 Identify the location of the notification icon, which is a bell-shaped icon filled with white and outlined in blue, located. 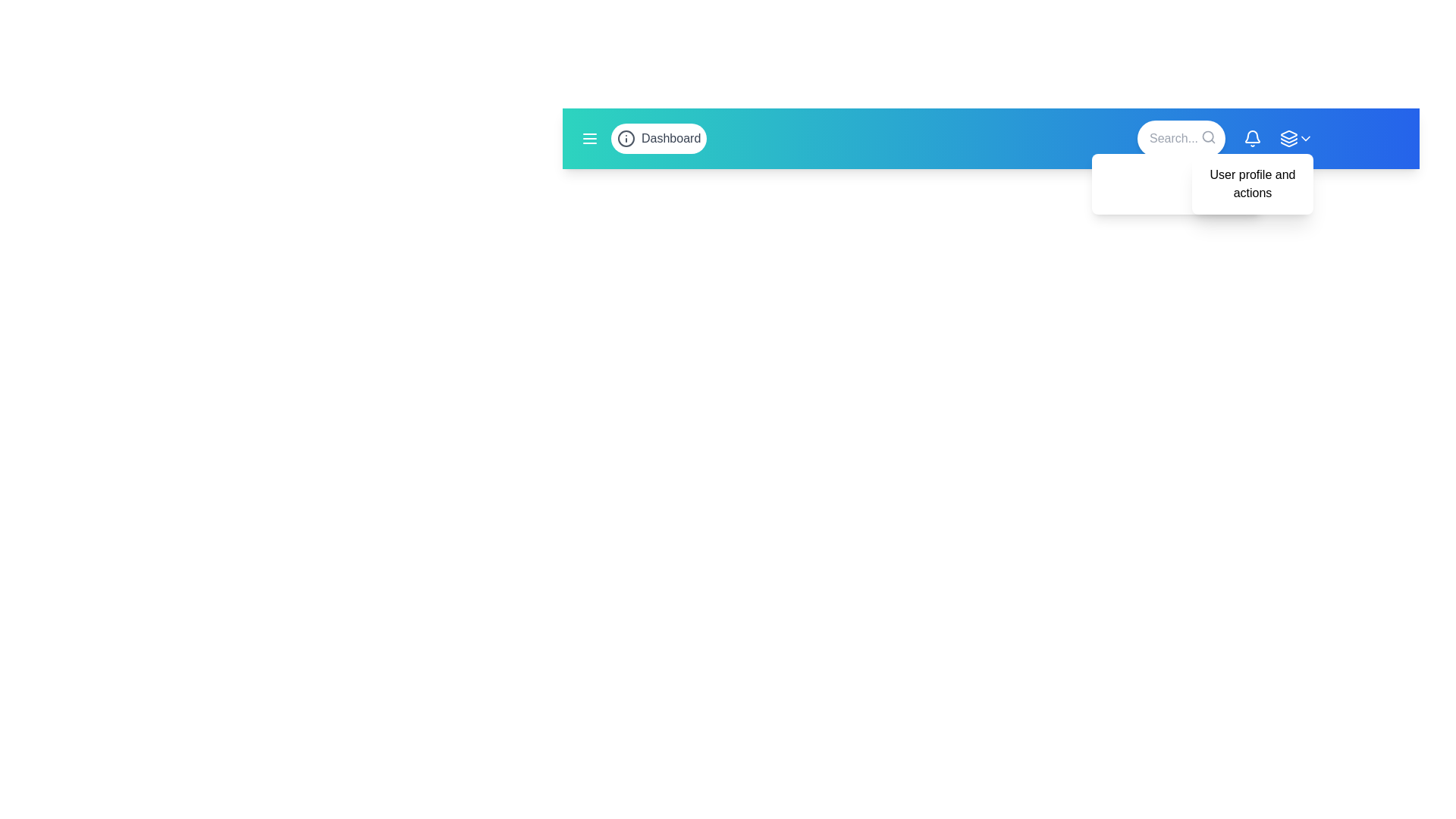
(1252, 138).